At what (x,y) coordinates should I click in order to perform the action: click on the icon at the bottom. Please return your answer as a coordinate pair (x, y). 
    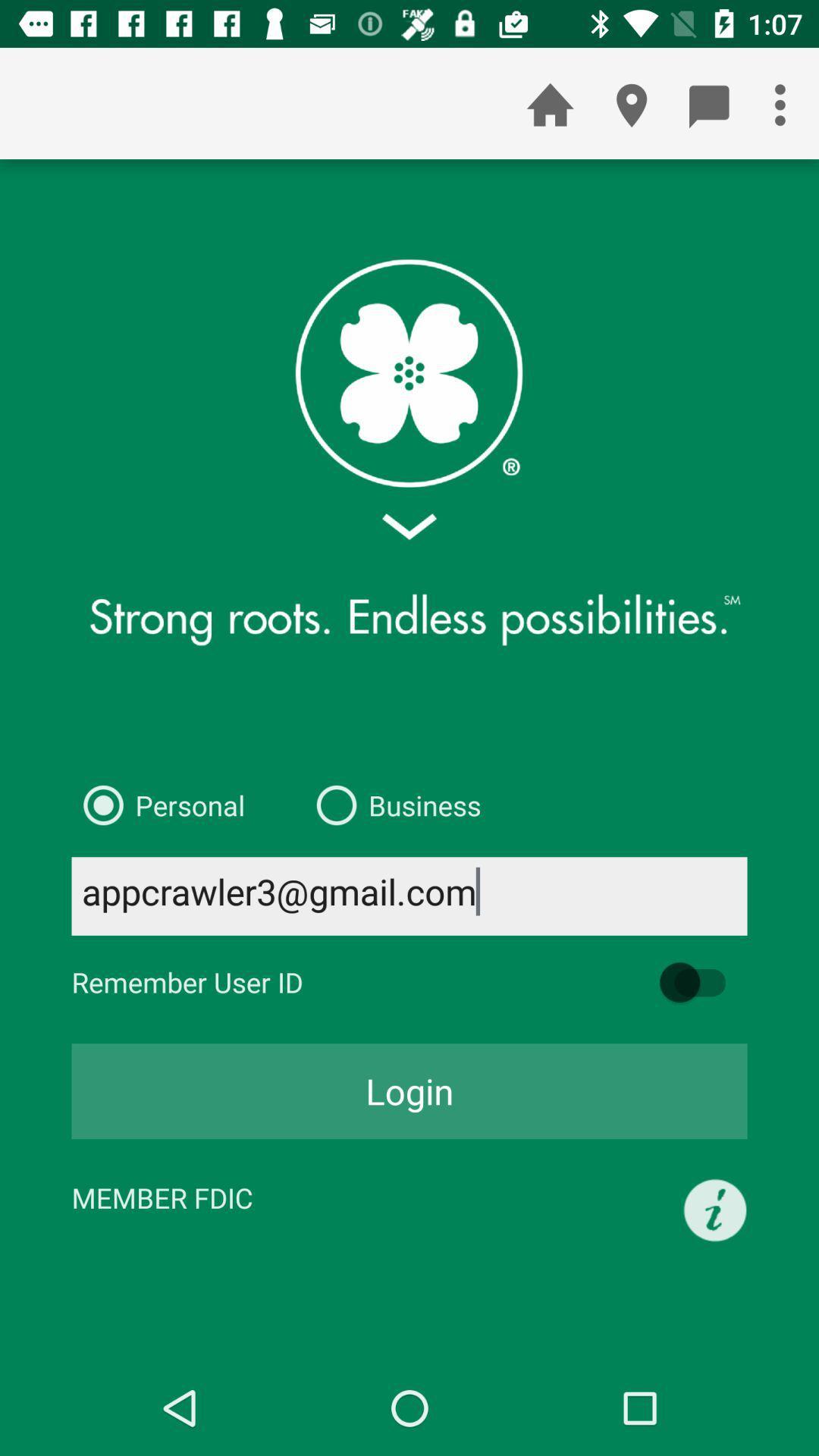
    Looking at the image, I should click on (409, 1090).